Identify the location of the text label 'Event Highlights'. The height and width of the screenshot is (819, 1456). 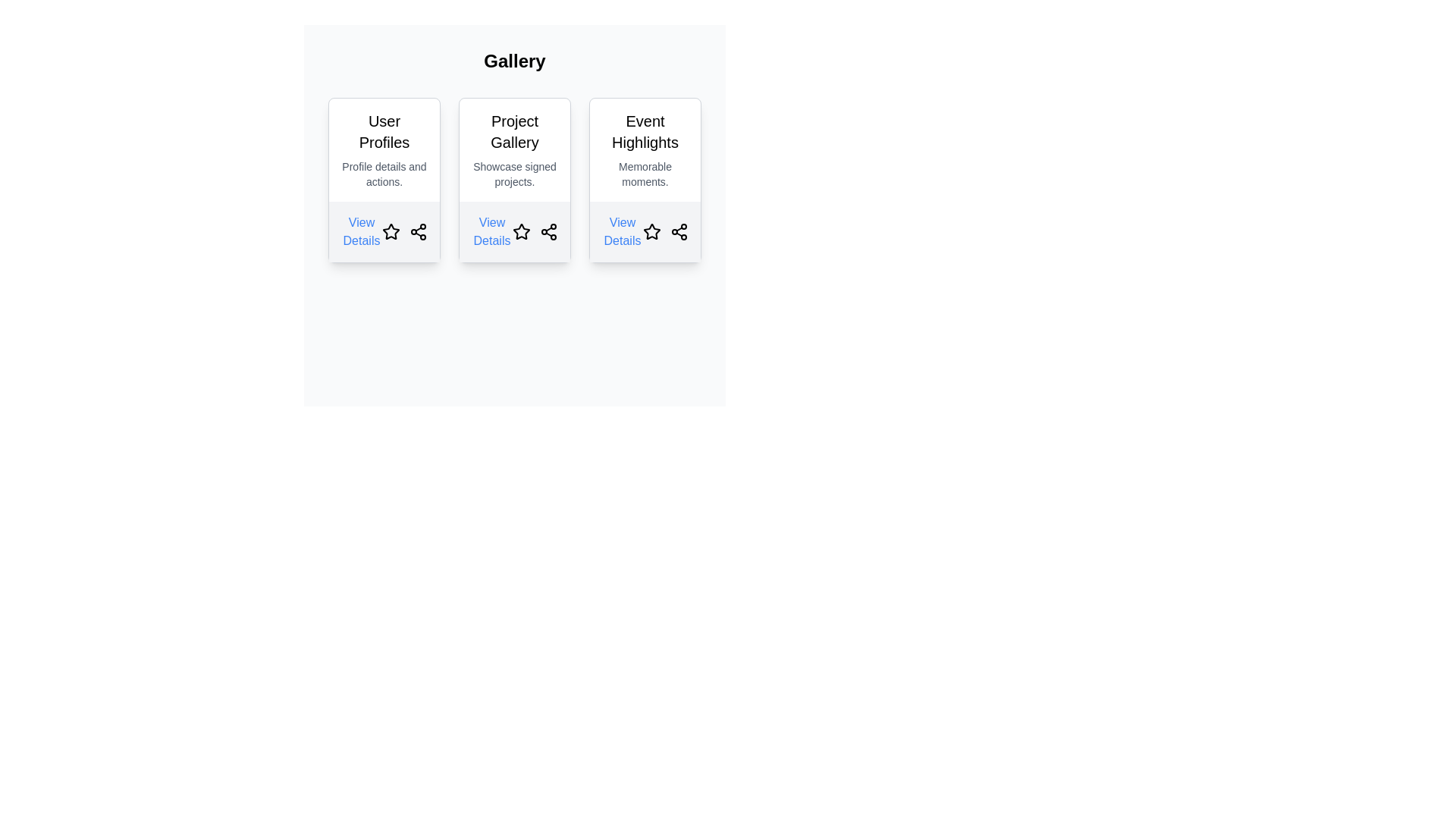
(645, 130).